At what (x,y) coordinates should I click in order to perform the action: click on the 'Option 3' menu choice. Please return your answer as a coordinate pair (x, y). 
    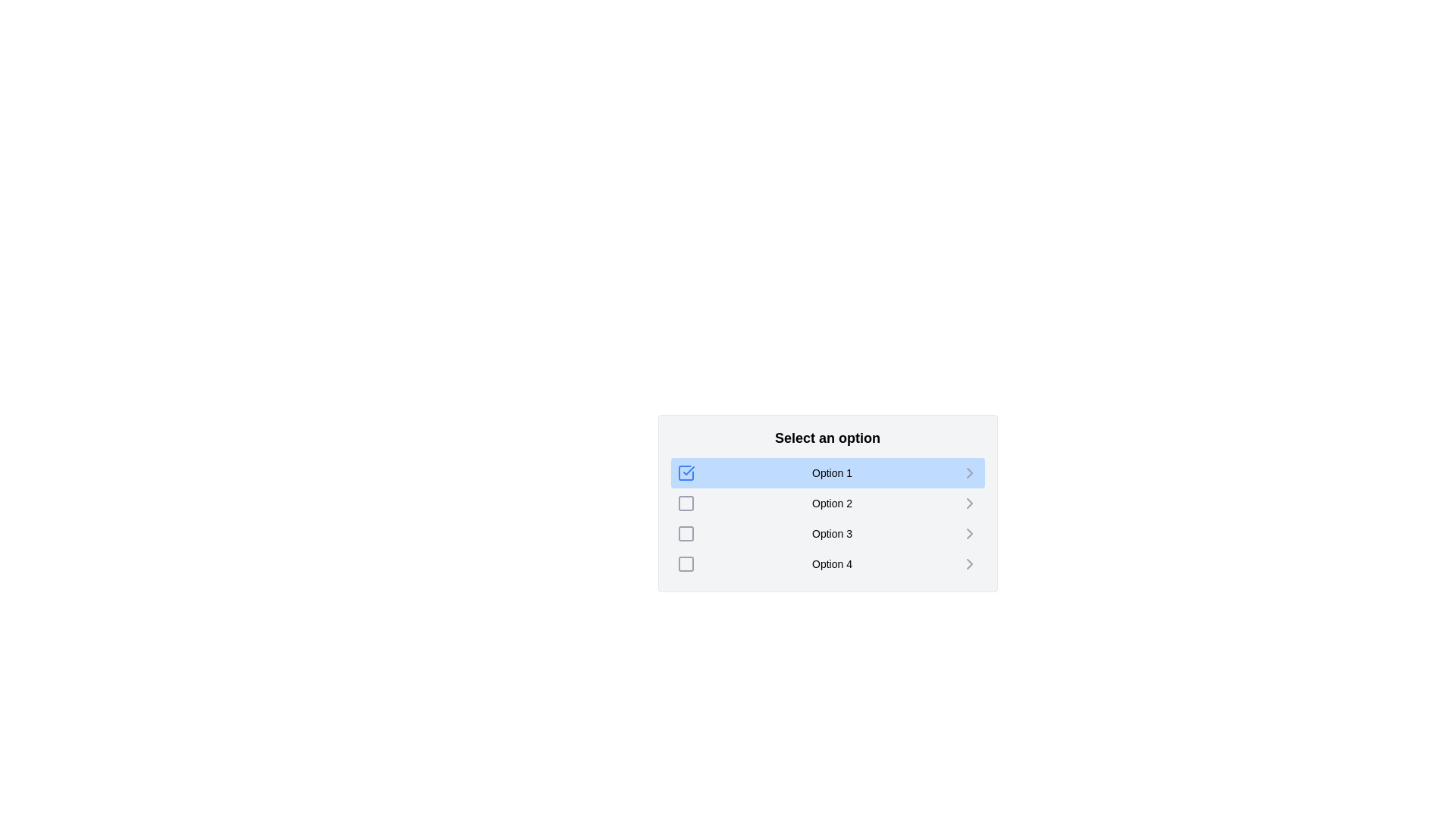
    Looking at the image, I should click on (827, 533).